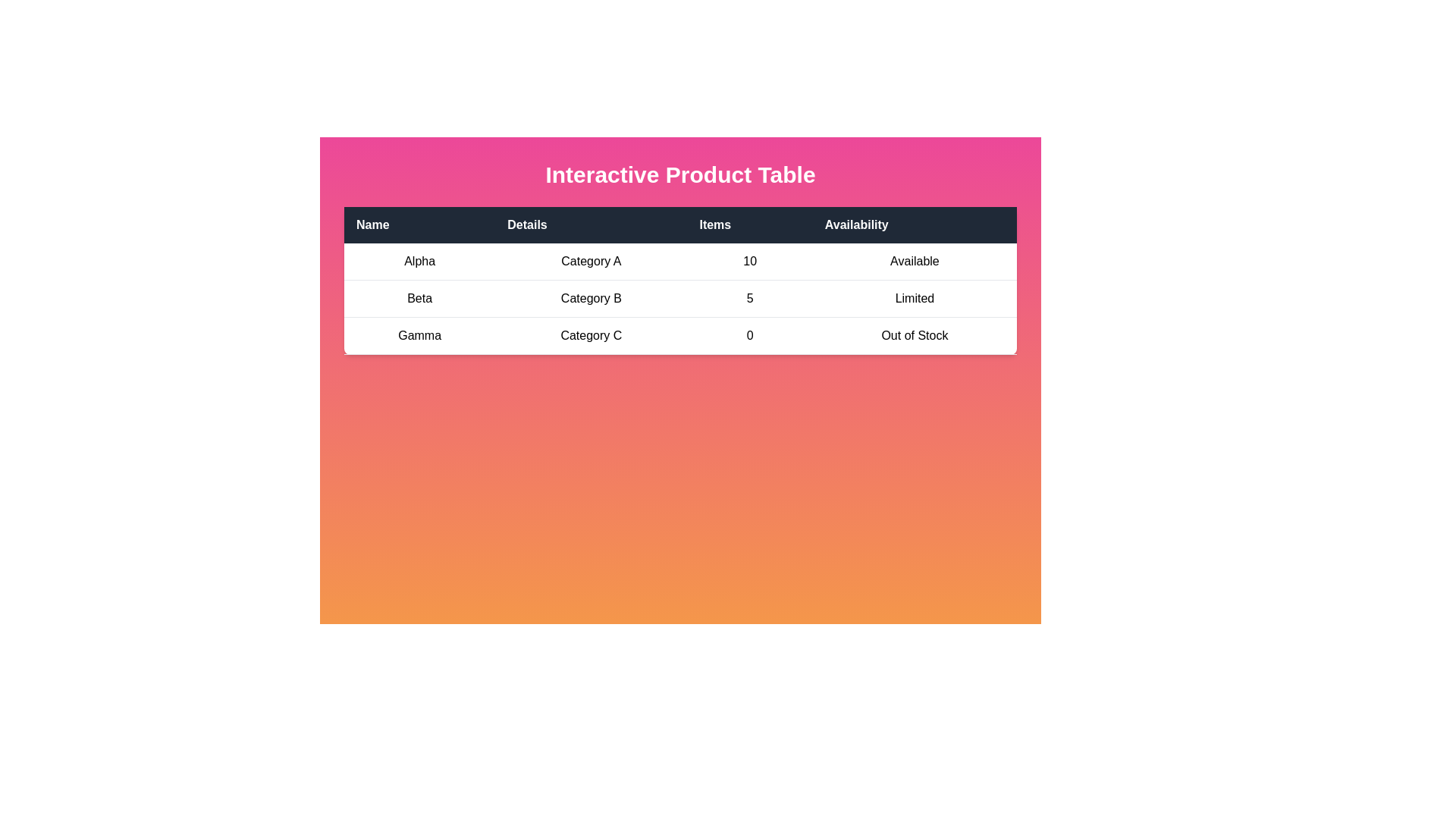 The width and height of the screenshot is (1456, 819). What do you see at coordinates (590, 335) in the screenshot?
I see `the Text label in the 'Details' column that describes the 'Gamma' entry in the table, located between the 'Gamma' cell and the '0' cell` at bounding box center [590, 335].